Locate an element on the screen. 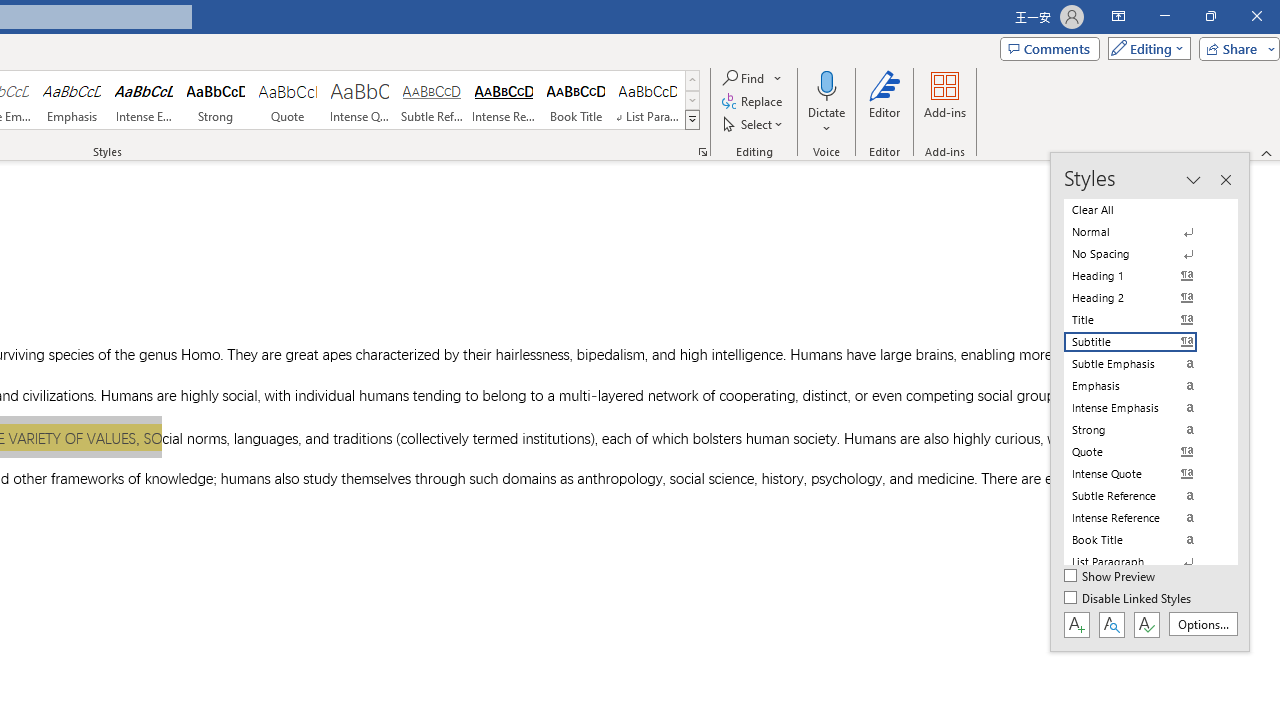 This screenshot has height=720, width=1280. 'Minimize' is located at coordinates (1164, 16).